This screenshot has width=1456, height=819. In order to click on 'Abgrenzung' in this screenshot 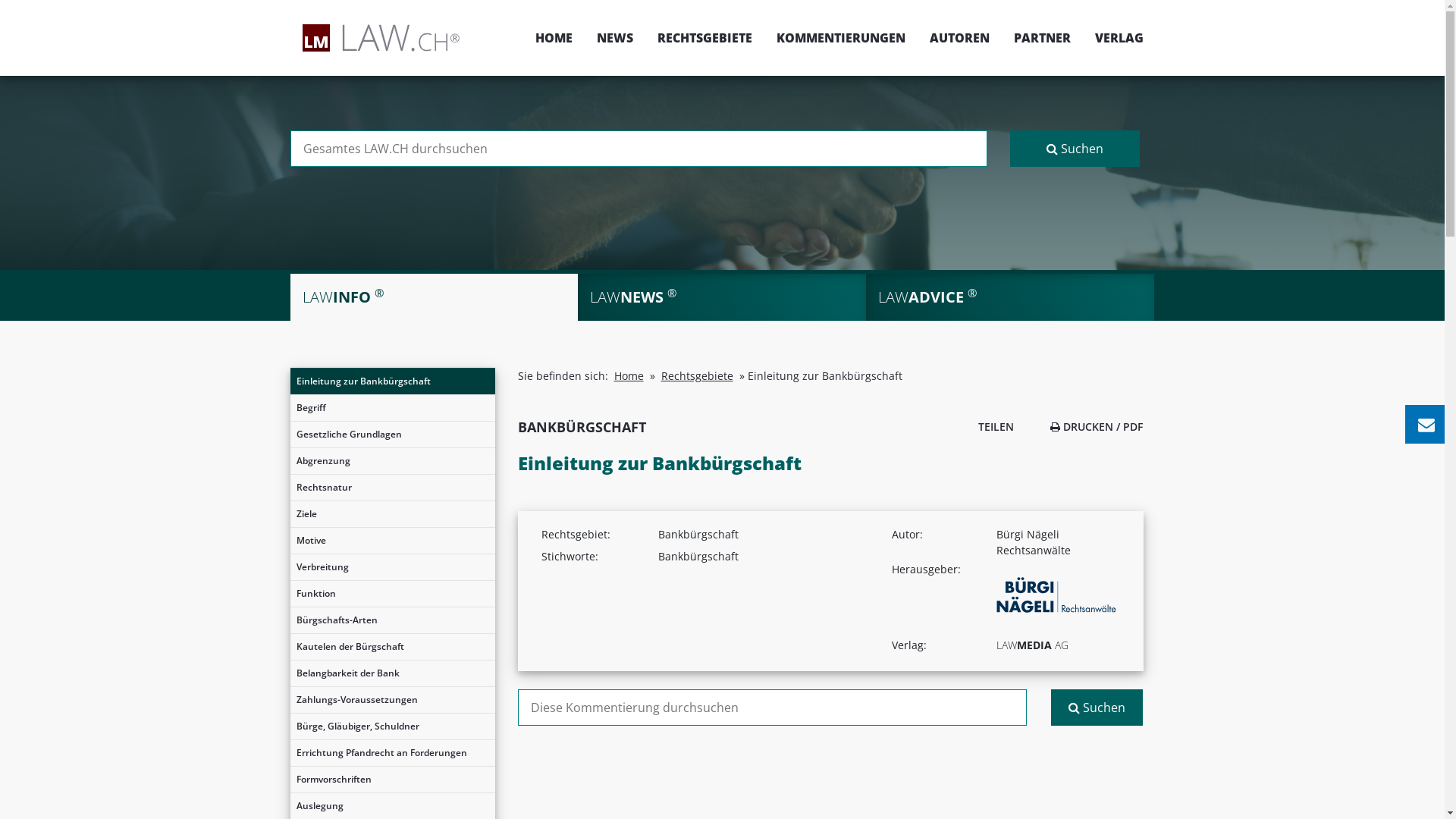, I will do `click(290, 460)`.